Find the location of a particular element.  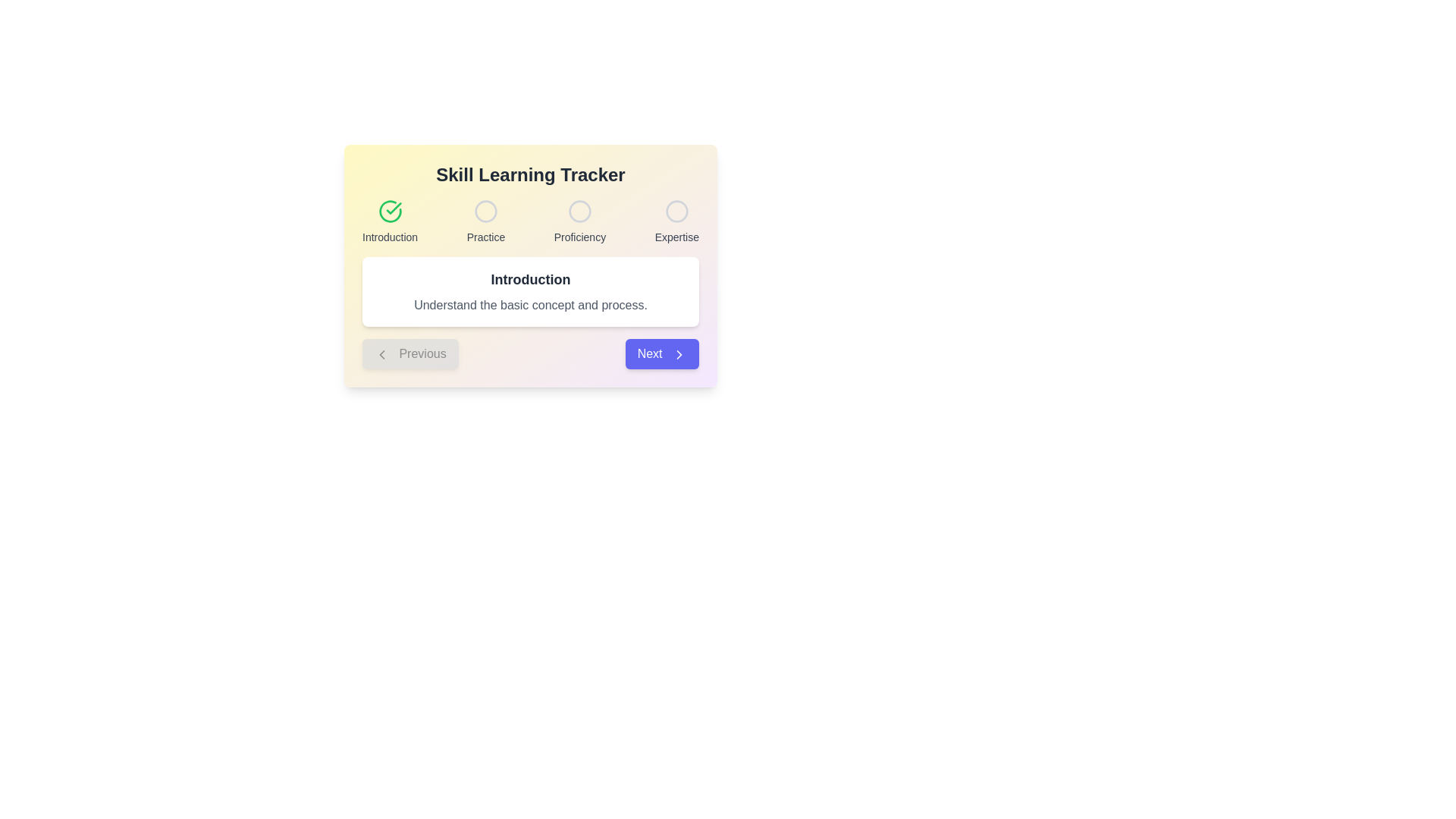

the 'Introduction' progress step indicator, which features a gray text label and a green checkmark icon, indicating completion is located at coordinates (390, 222).